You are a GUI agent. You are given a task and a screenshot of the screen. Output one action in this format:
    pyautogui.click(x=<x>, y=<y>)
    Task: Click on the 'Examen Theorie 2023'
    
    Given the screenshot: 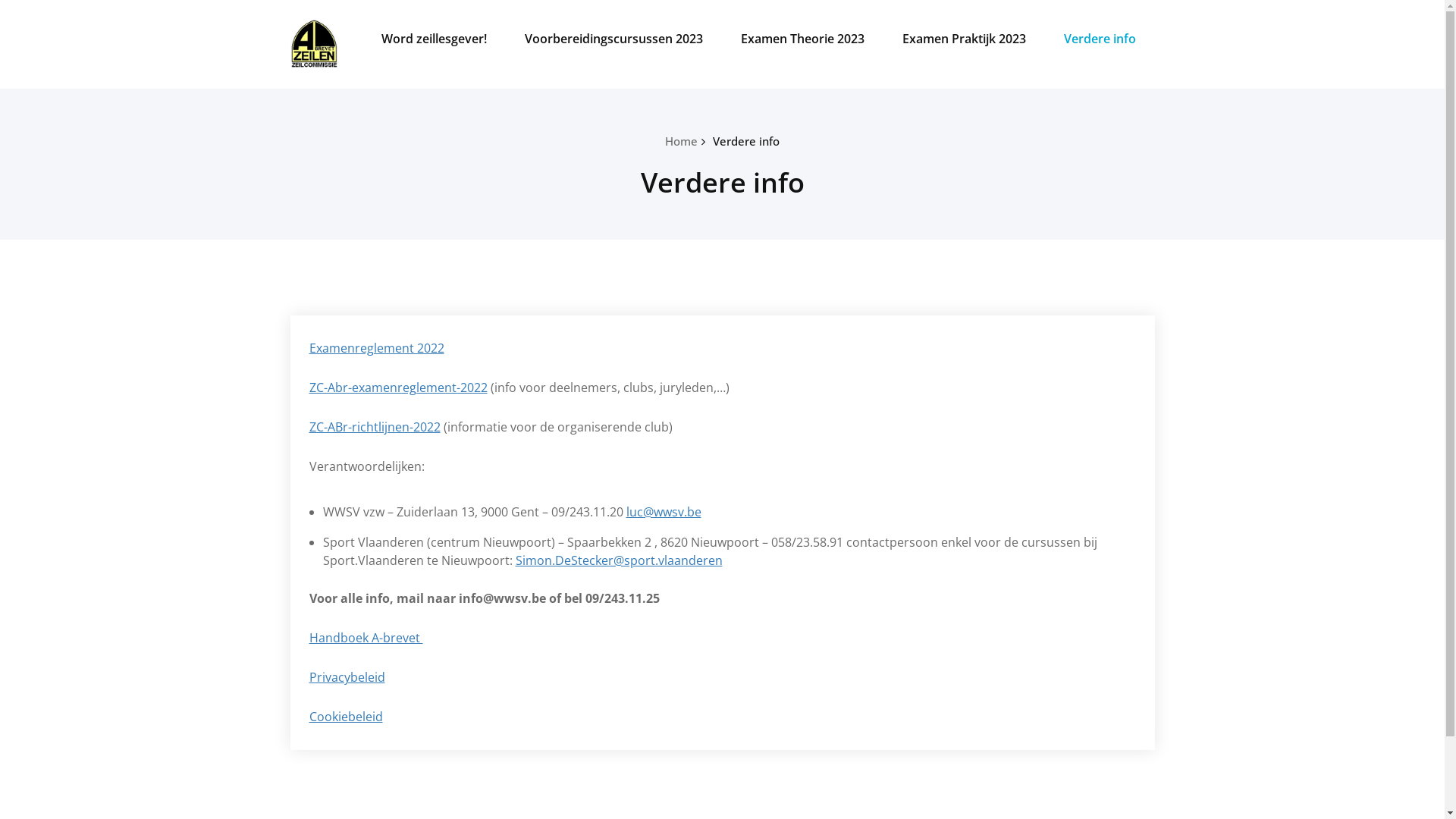 What is the action you would take?
    pyautogui.click(x=802, y=37)
    